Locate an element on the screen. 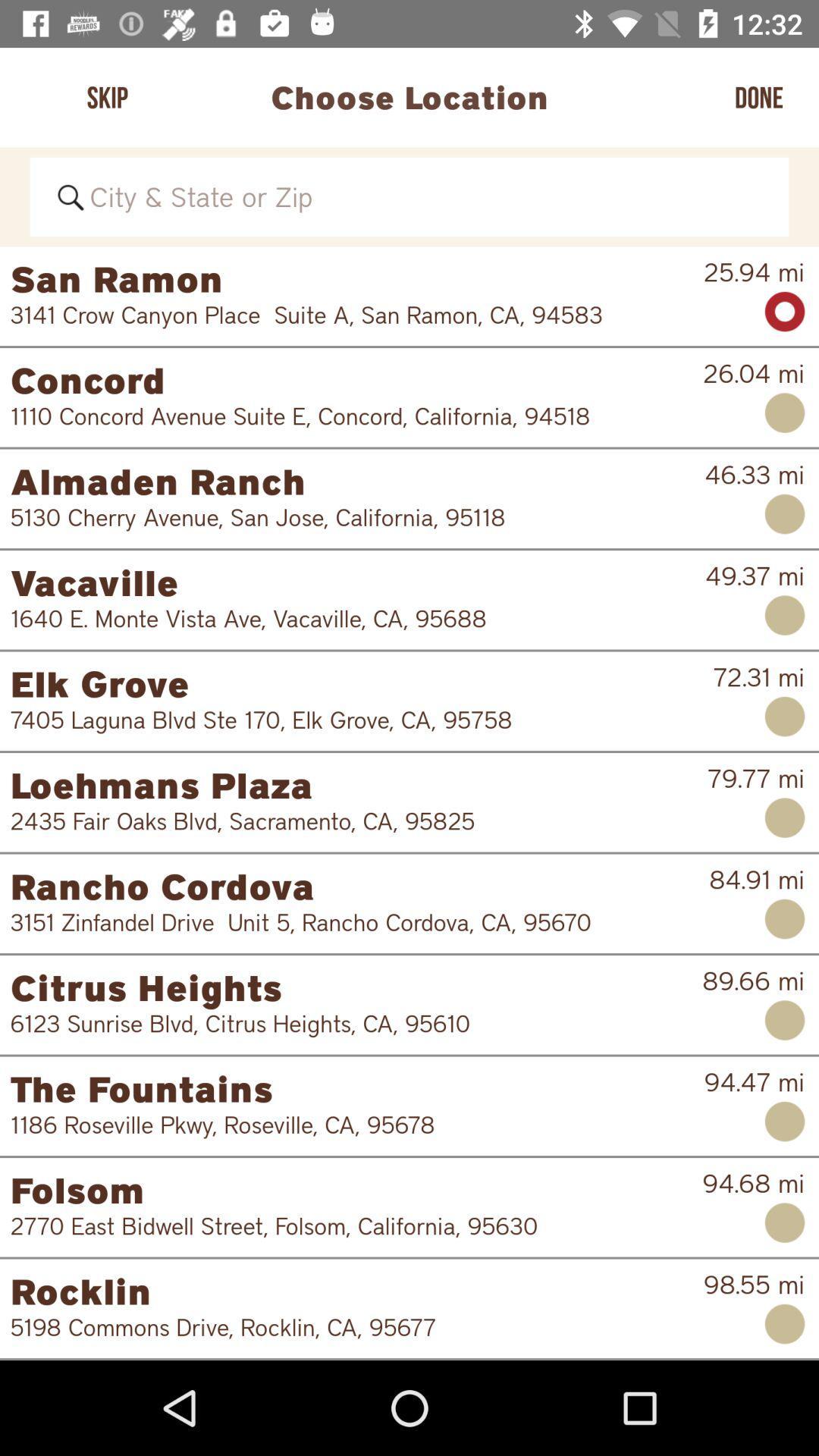 Image resolution: width=819 pixels, height=1456 pixels. item above the 2435 fair oaks icon is located at coordinates (359, 785).